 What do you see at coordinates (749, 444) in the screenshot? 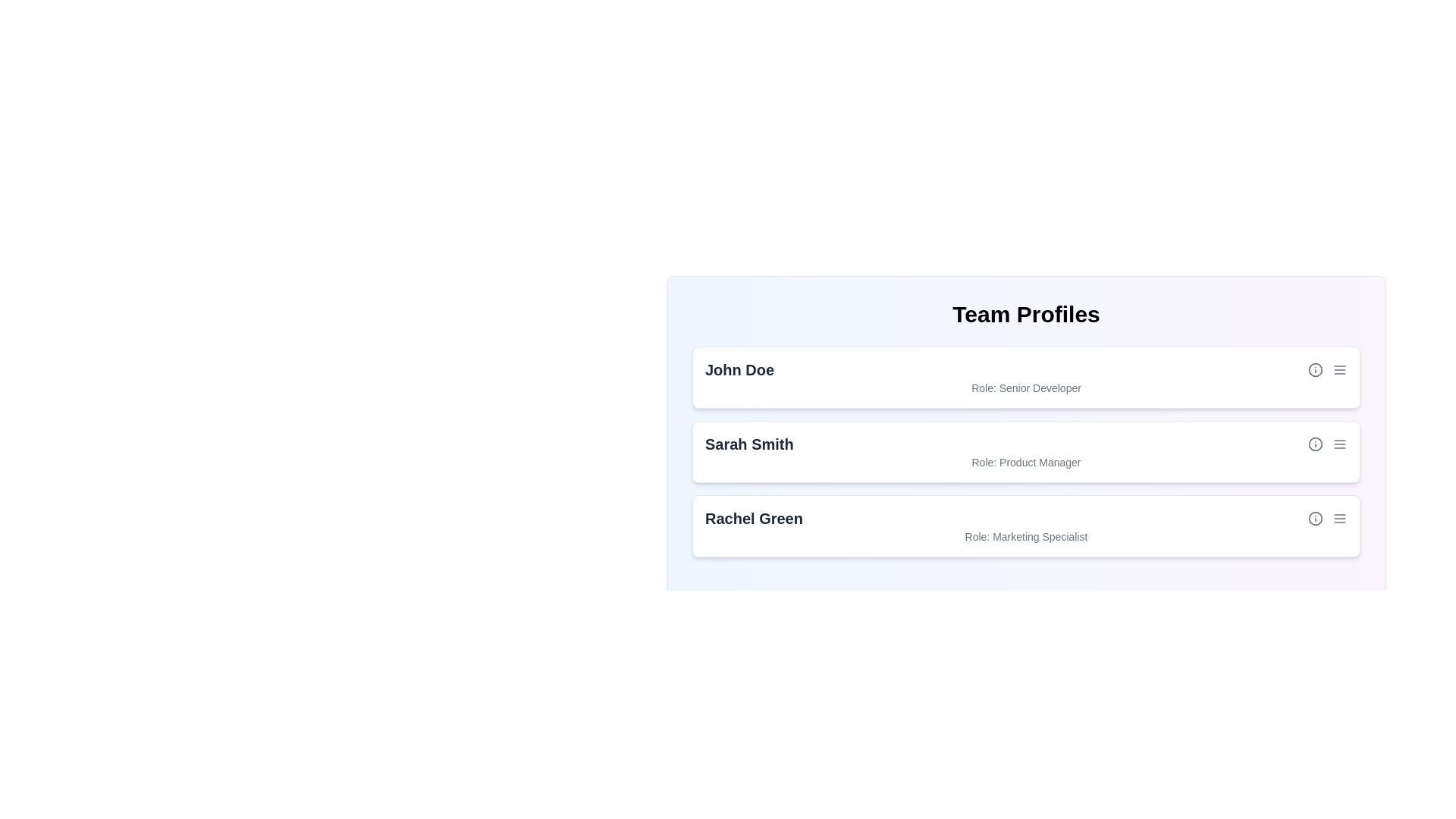
I see `the text label displaying 'Sarah Smith' in bold dark gray font, located in the 'Team Profiles' section, if interactive actions are assigned` at bounding box center [749, 444].